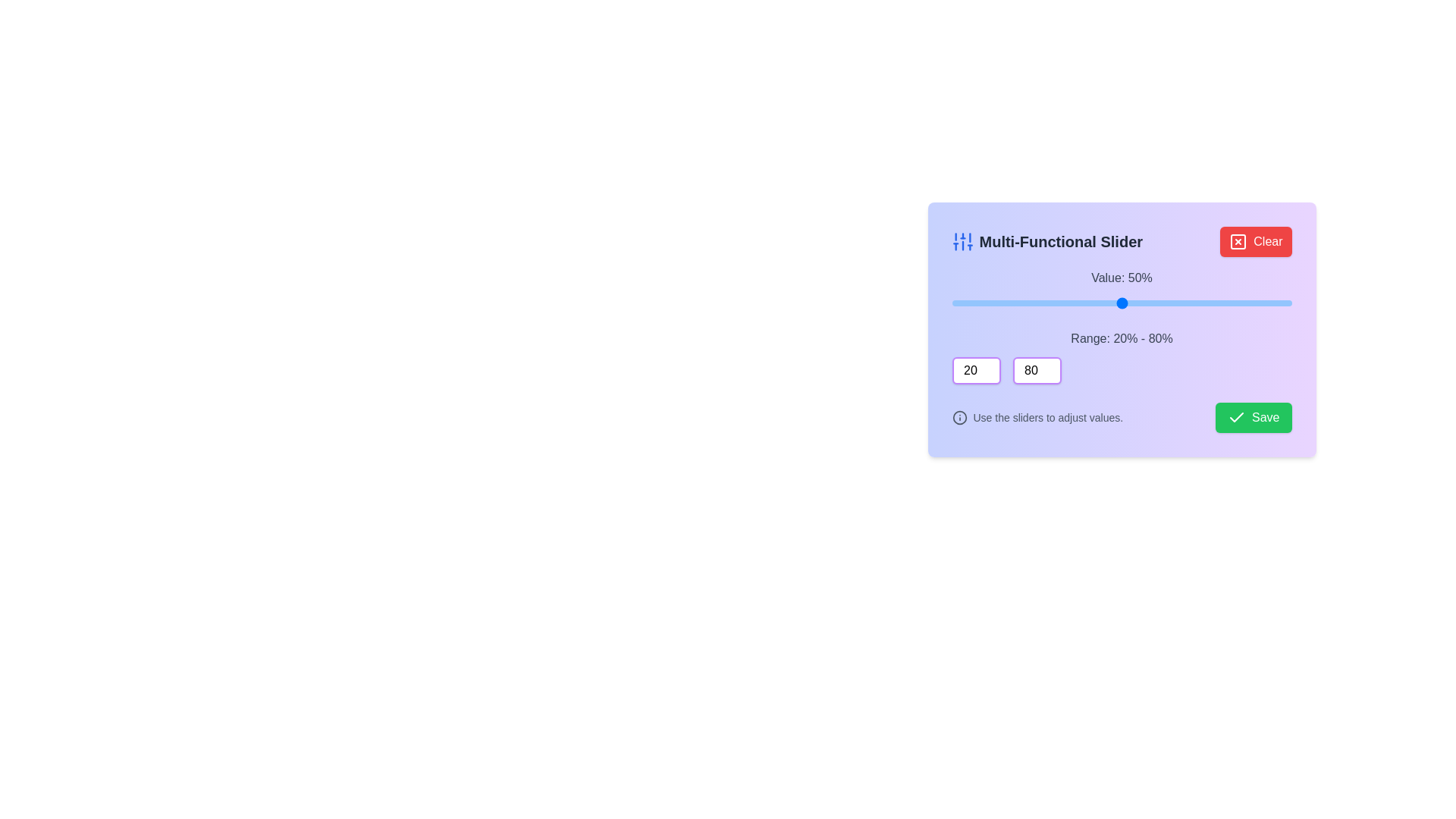  I want to click on the slider track located below the label text 'Value: 50%' to set the knob position, so click(1122, 303).